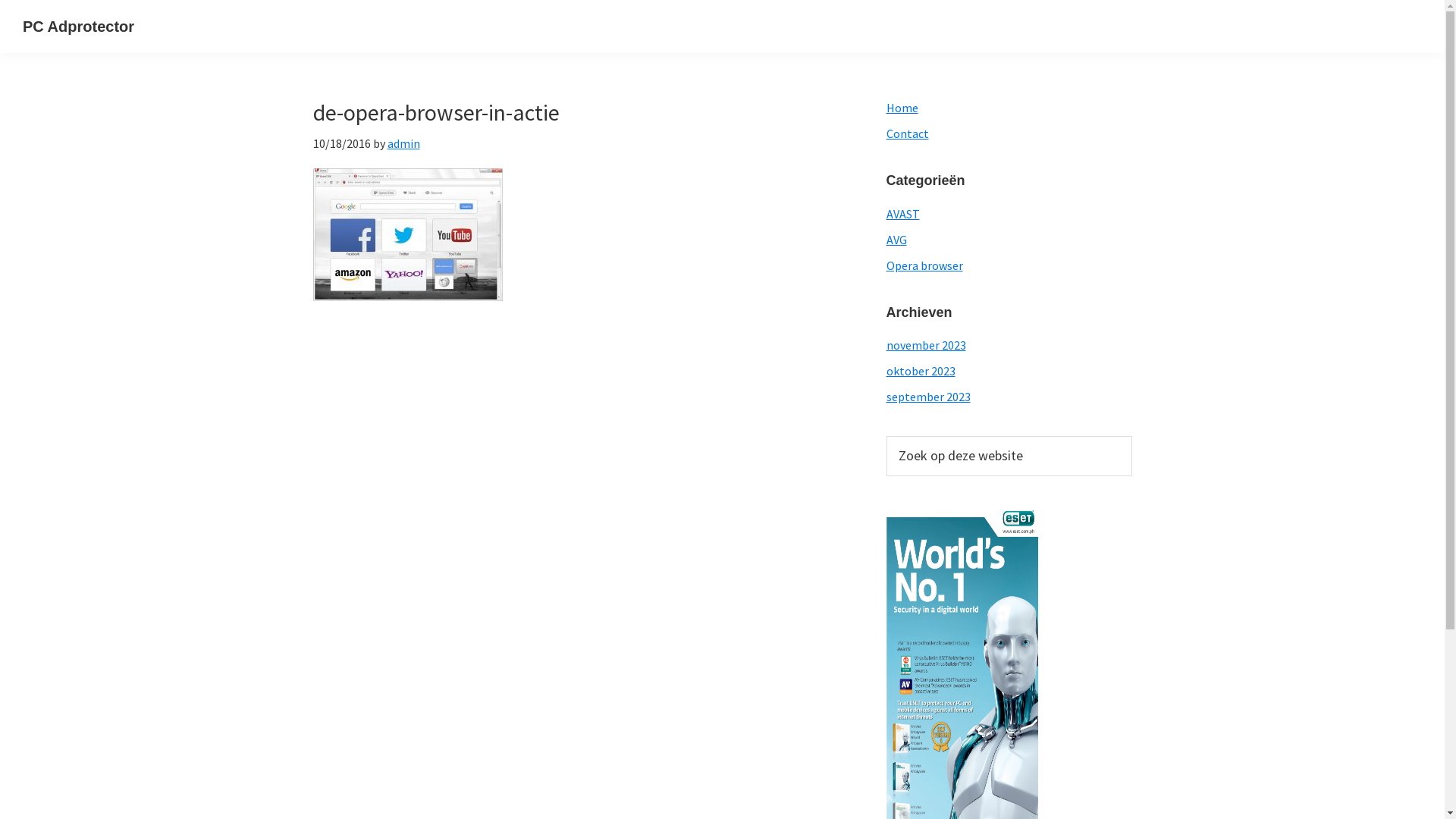 Image resolution: width=1456 pixels, height=819 pixels. What do you see at coordinates (77, 26) in the screenshot?
I see `'PC Adprotector'` at bounding box center [77, 26].